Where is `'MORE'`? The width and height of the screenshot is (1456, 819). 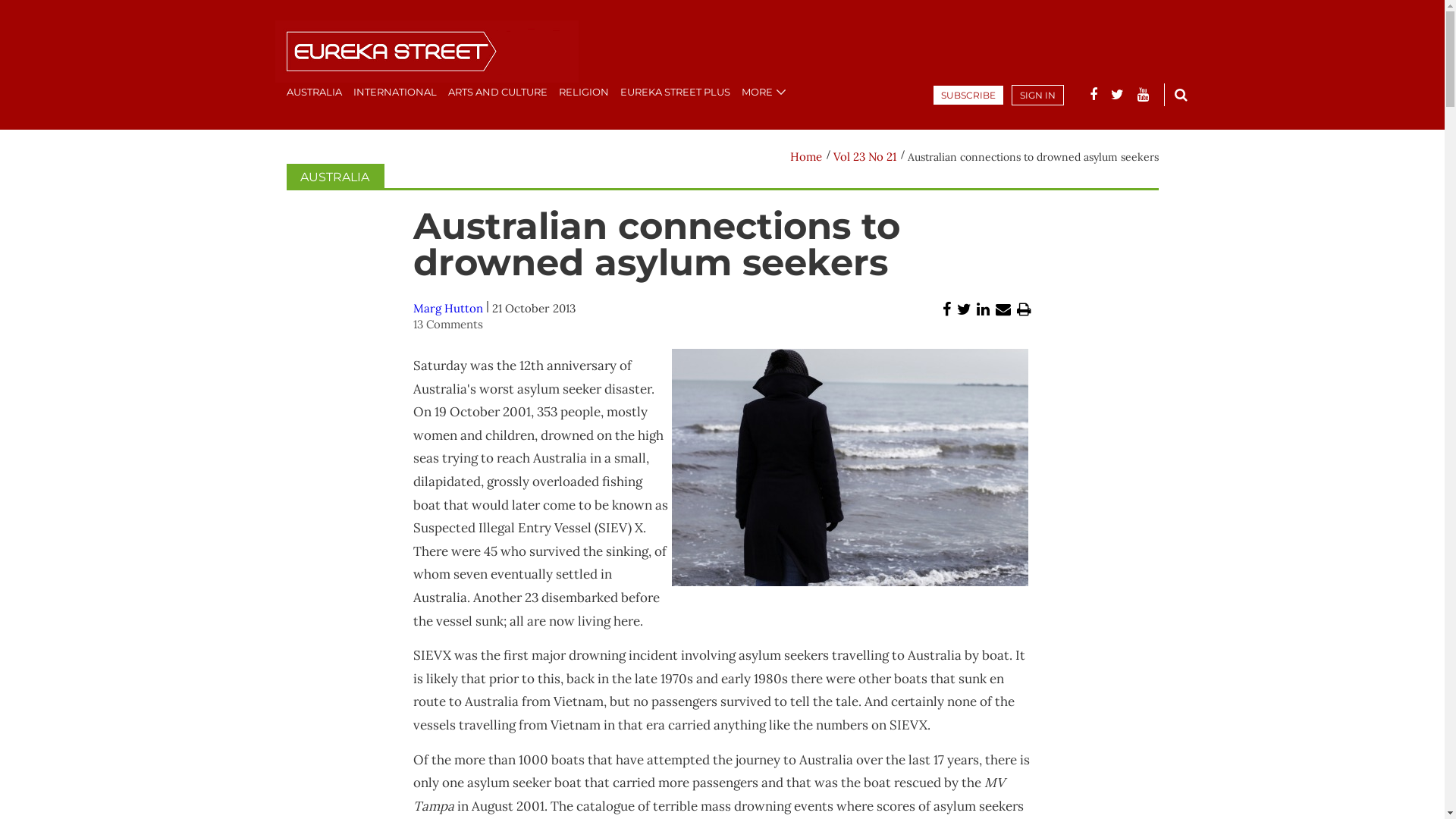
'MORE' is located at coordinates (757, 91).